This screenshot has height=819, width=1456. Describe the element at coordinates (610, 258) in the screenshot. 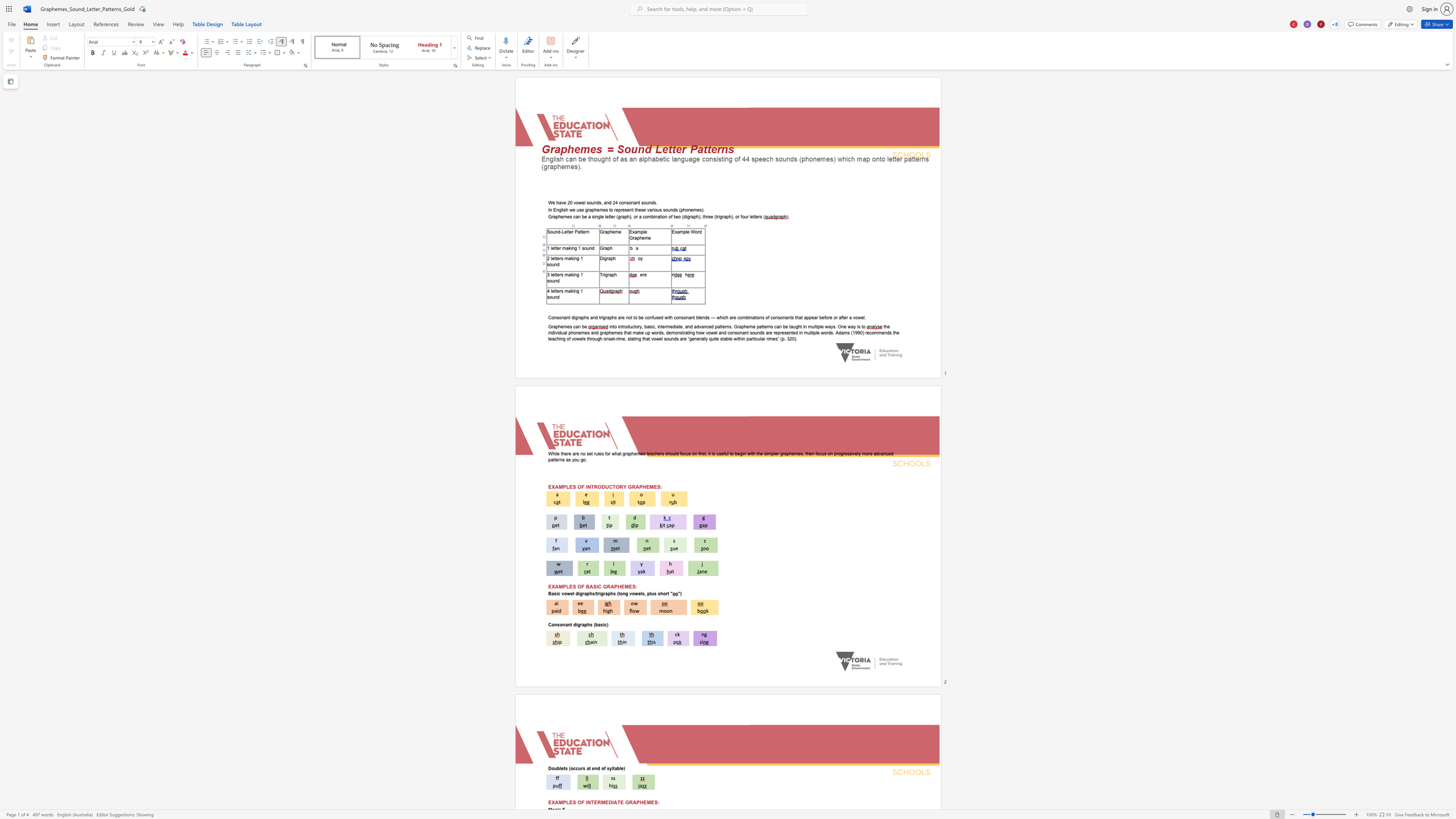

I see `the space between the continuous character "a" and "p" in the text` at that location.